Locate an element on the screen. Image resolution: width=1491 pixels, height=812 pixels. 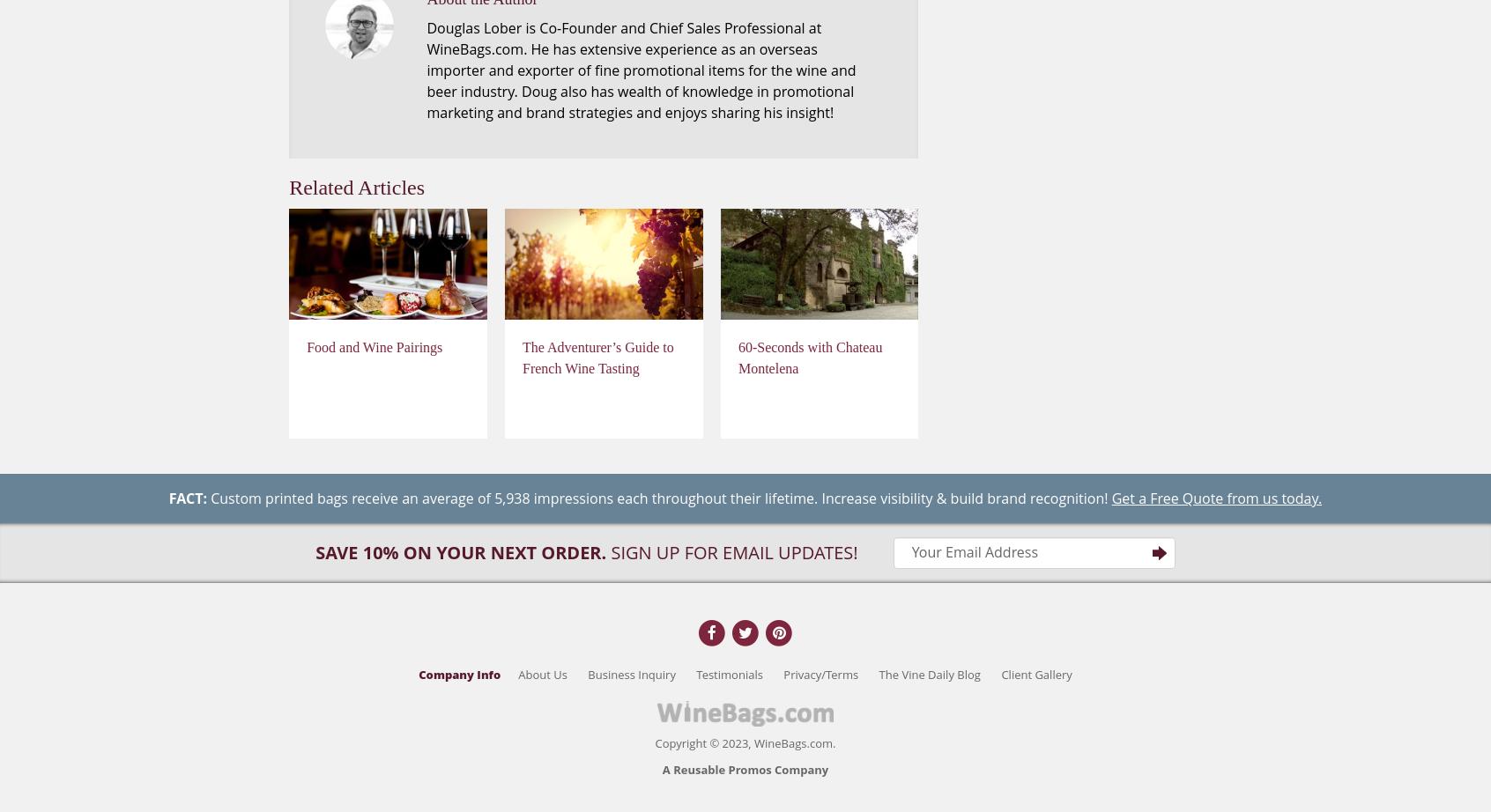
'Copyright © 2023, WineBags.com.' is located at coordinates (745, 742).